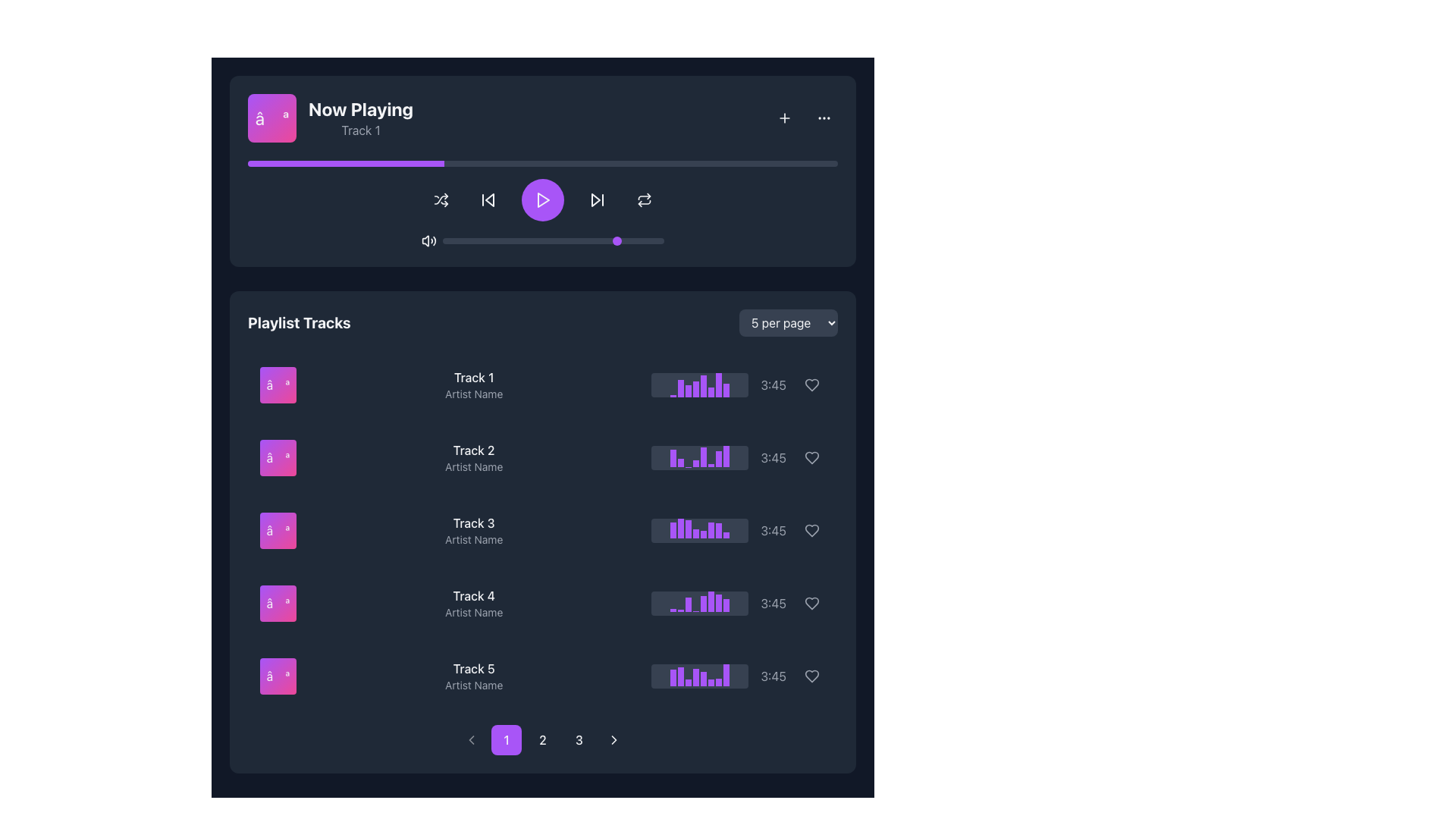  I want to click on the eighth bar segment in the bar chart representing data value for the fifth track under the 'Playlist Tracks' category, so click(726, 674).